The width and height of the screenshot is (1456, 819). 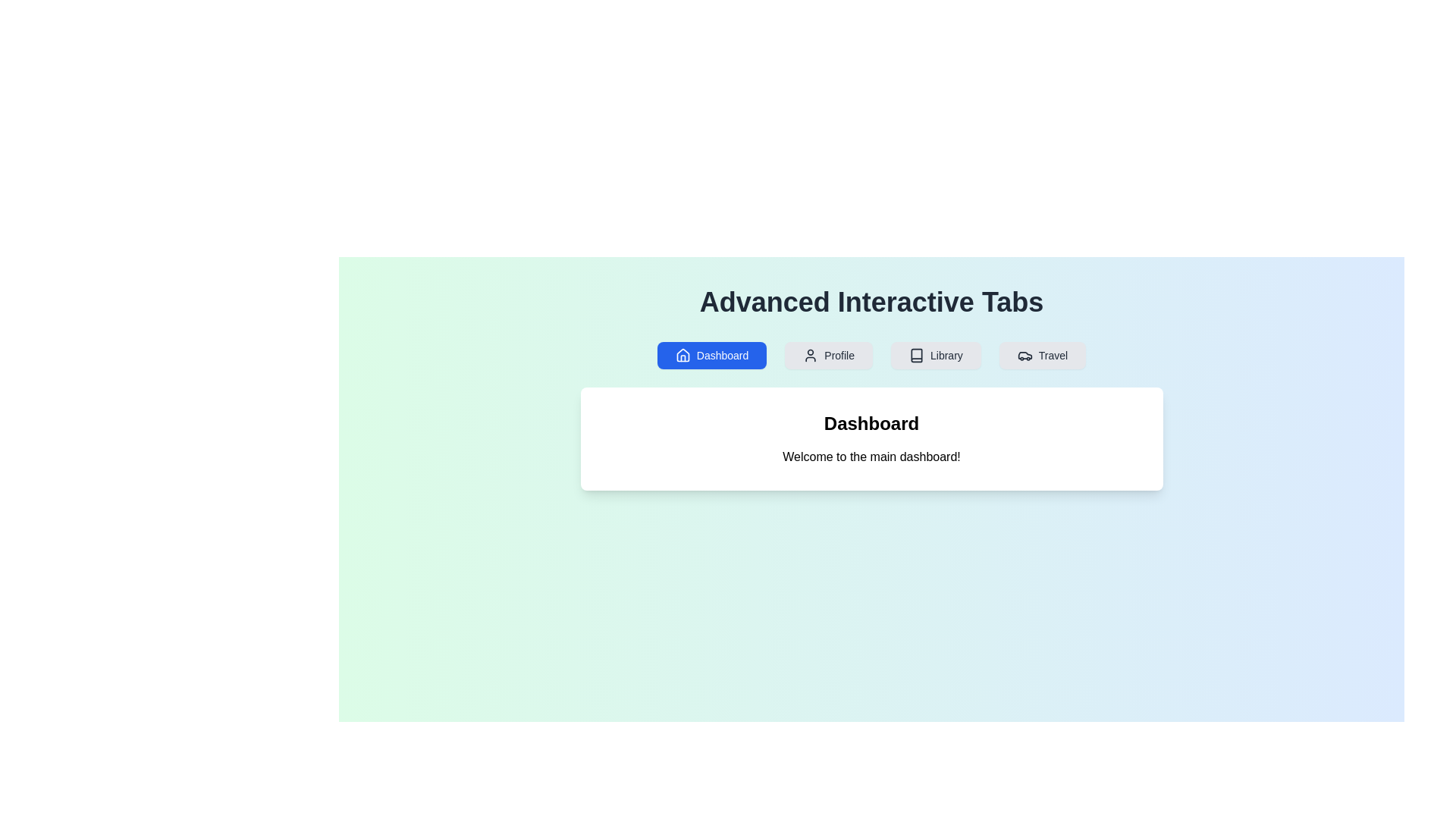 I want to click on the text label on the navigational button that indicates it navigates to the Dashboard section of the application, so click(x=722, y=356).